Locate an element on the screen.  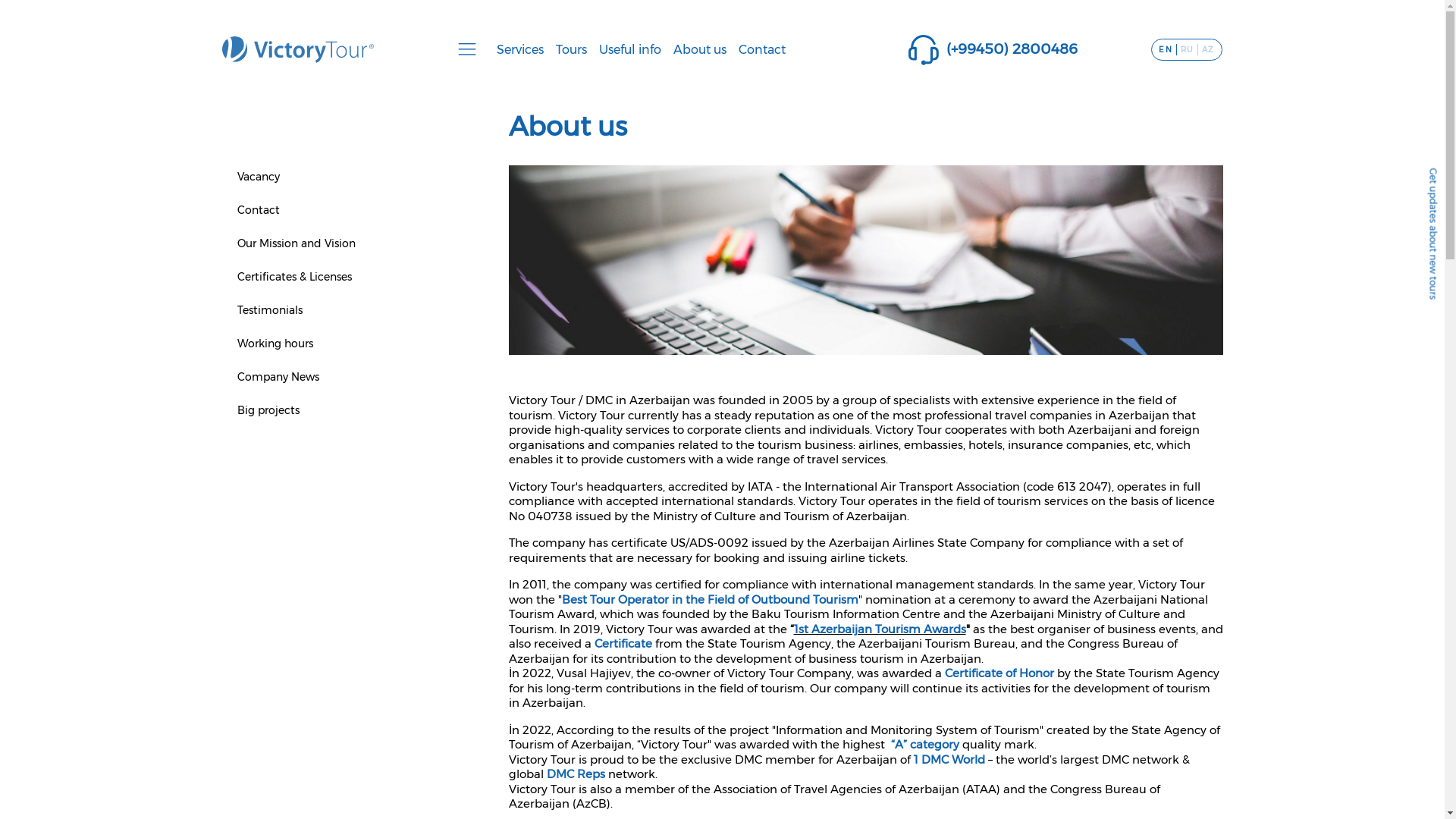
'1 DMC World' is located at coordinates (949, 759).